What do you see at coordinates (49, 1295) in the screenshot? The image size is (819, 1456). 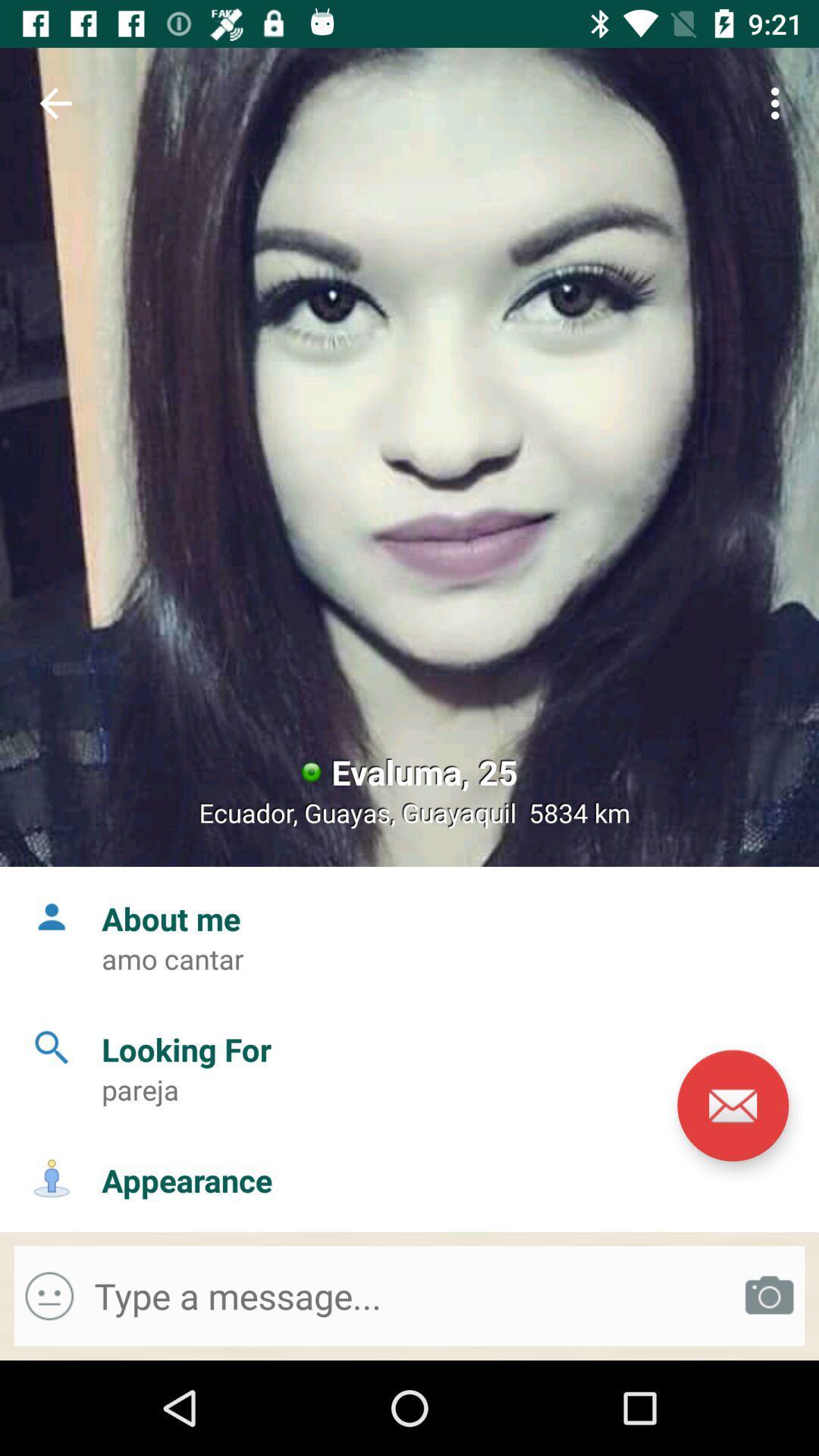 I see `the emoji icon` at bounding box center [49, 1295].